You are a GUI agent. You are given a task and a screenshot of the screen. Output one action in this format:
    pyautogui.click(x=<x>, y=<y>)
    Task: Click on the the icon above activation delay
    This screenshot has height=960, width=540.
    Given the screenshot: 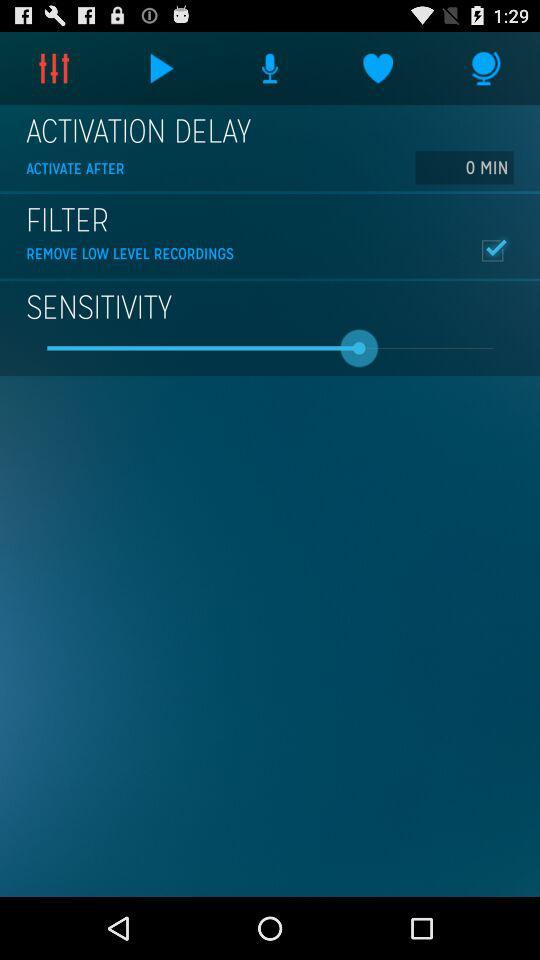 What is the action you would take?
    pyautogui.click(x=485, y=68)
    